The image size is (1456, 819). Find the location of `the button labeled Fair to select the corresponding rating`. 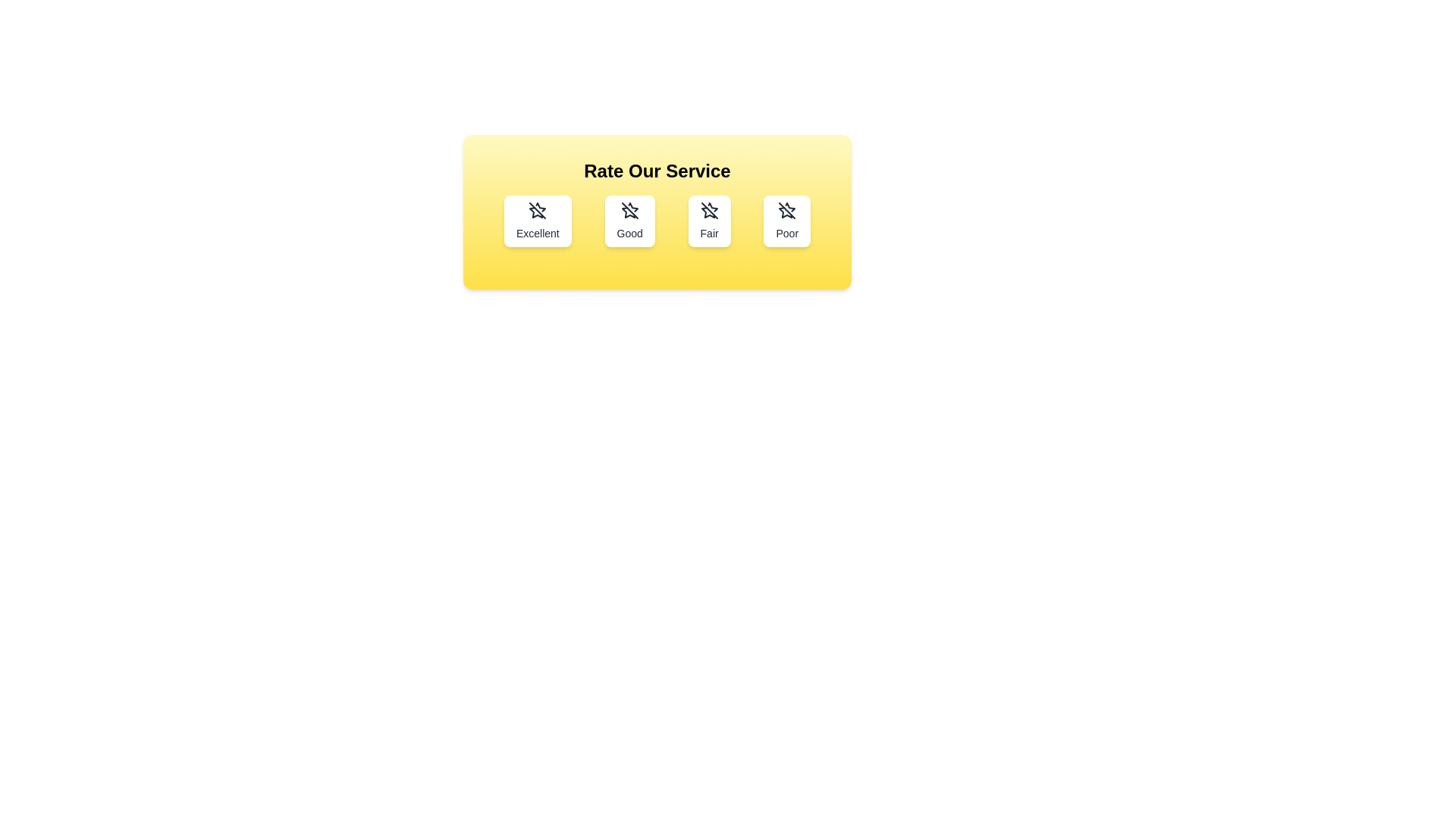

the button labeled Fair to select the corresponding rating is located at coordinates (709, 221).